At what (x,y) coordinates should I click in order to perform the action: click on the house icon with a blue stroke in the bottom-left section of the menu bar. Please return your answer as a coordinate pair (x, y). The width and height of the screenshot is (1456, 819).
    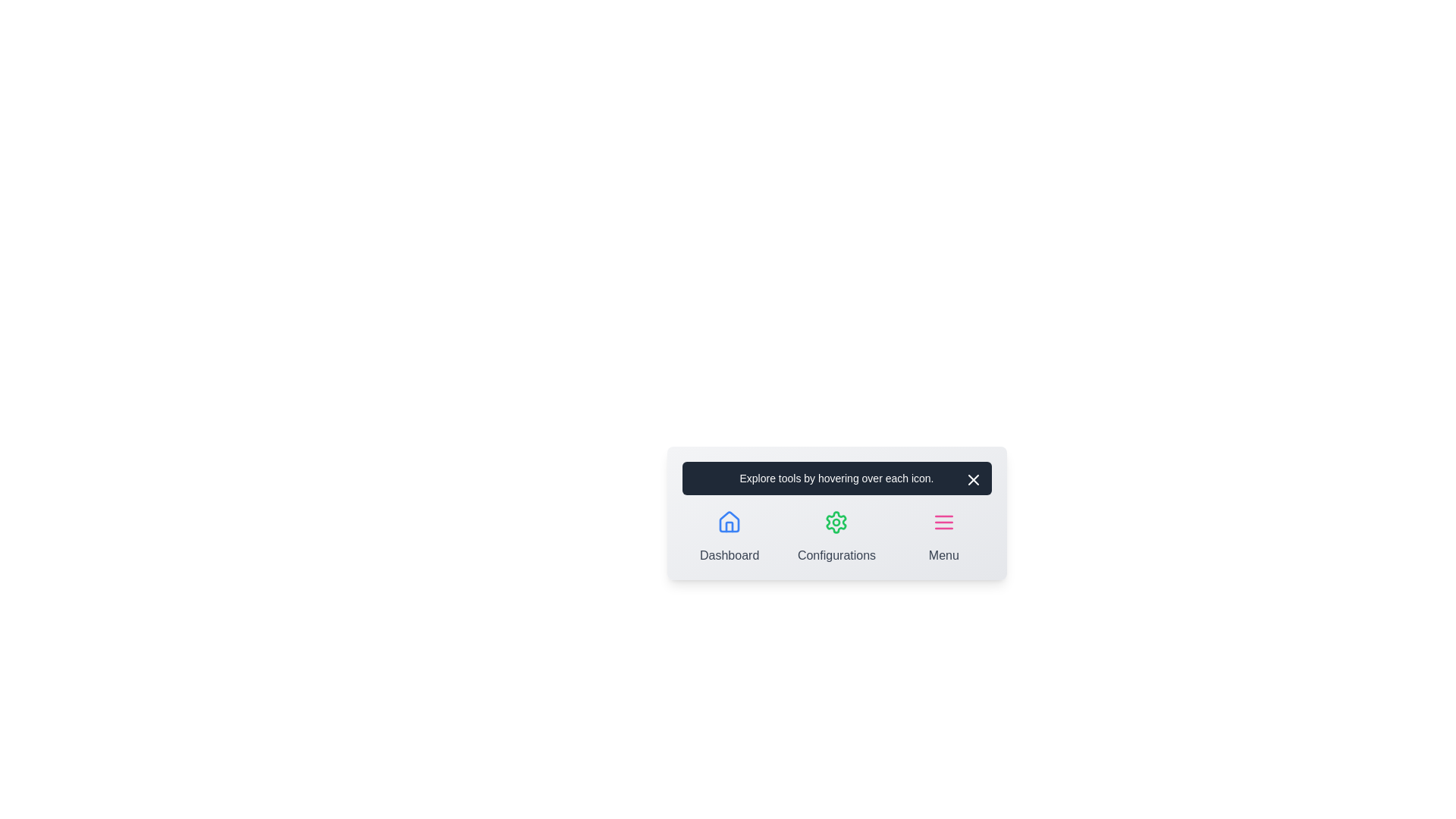
    Looking at the image, I should click on (730, 522).